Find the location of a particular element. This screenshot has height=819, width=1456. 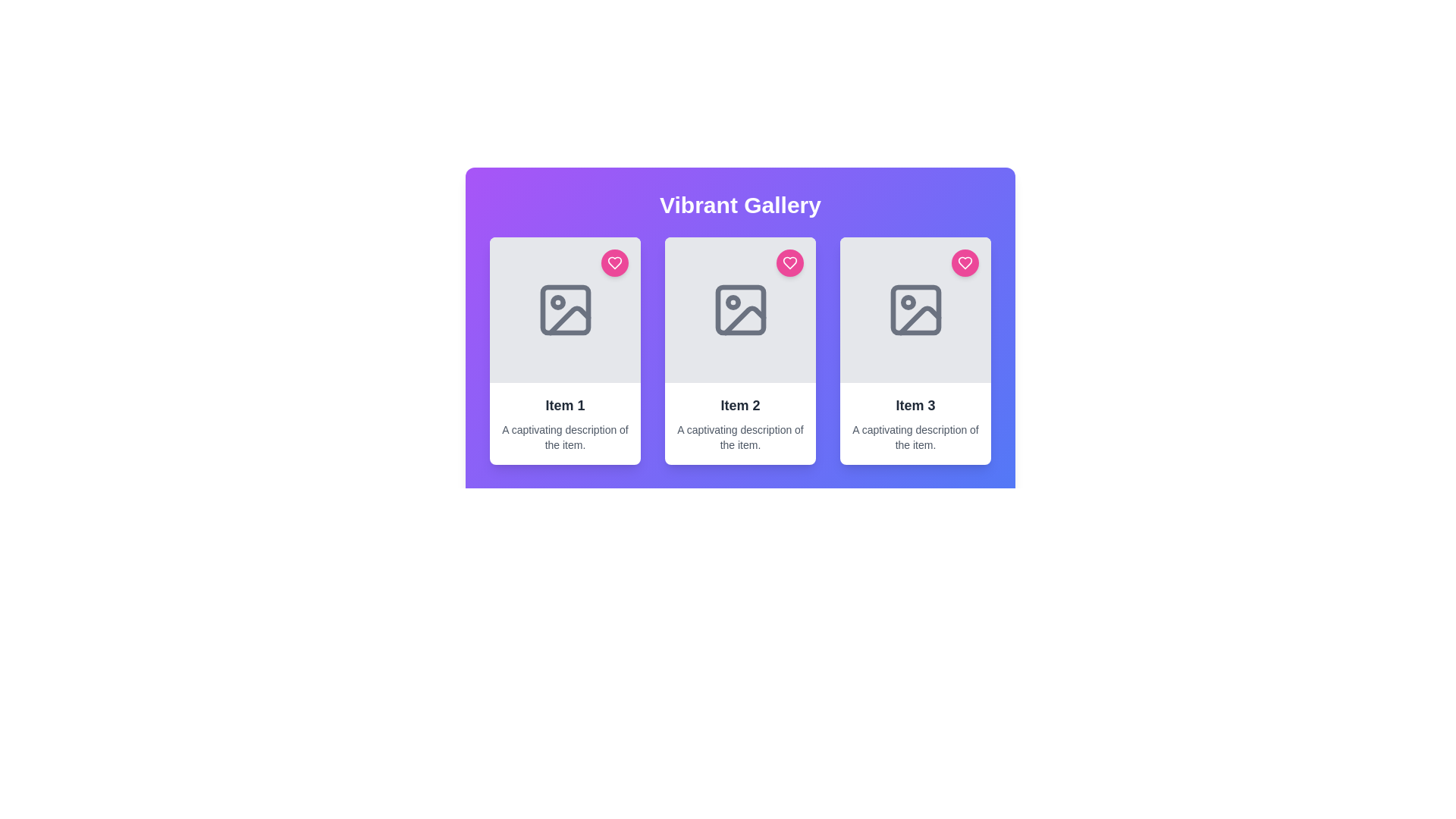

the Image placeholder (SVG icon) located in the center card under the title 'Vibrant Gallery', which features a small circle and a line within a square outline is located at coordinates (740, 309).